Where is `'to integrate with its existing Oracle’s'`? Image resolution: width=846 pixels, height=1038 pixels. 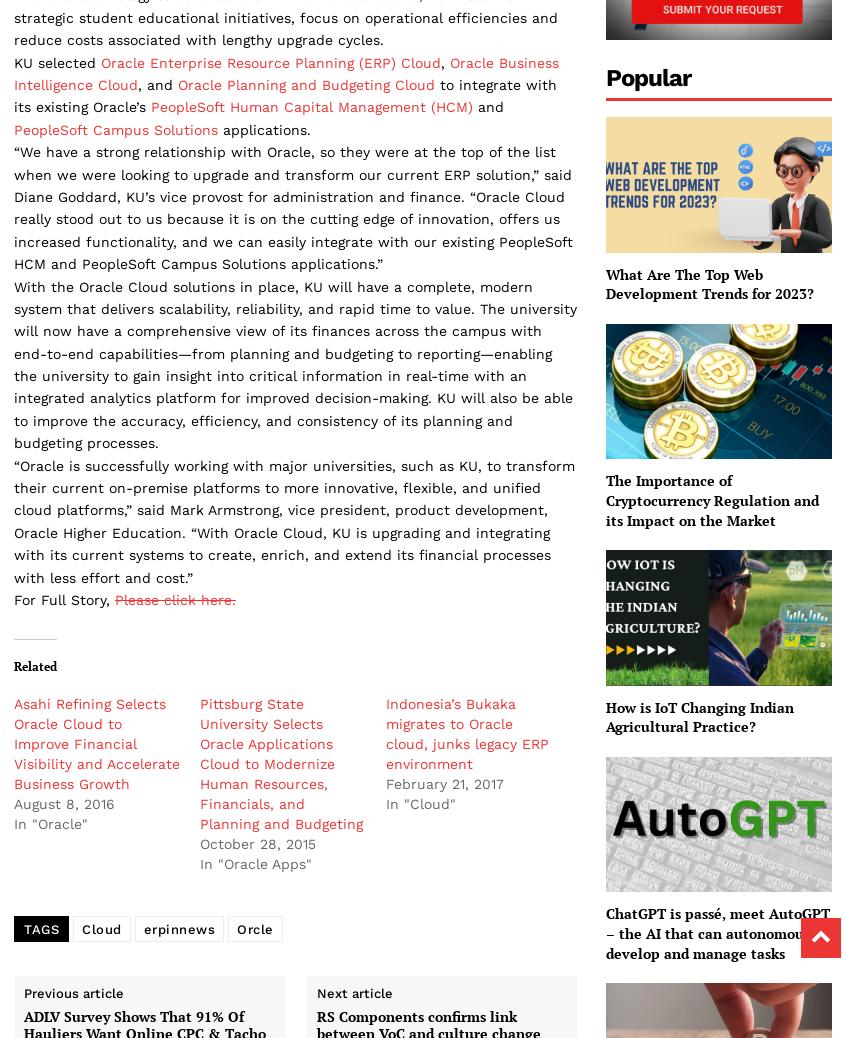
'to integrate with its existing Oracle’s' is located at coordinates (284, 95).